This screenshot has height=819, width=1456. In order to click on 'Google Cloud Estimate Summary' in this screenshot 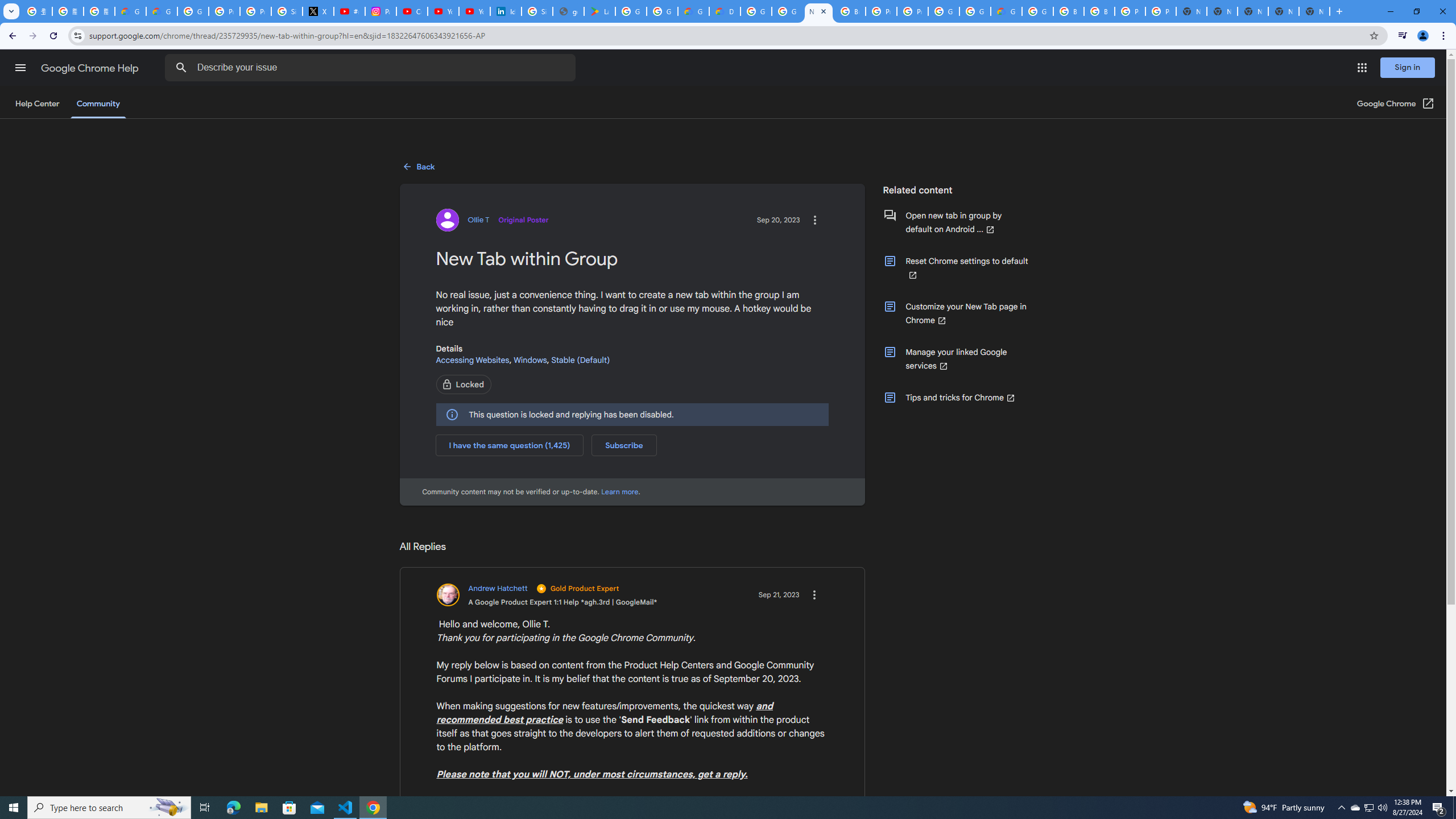, I will do `click(1006, 11)`.